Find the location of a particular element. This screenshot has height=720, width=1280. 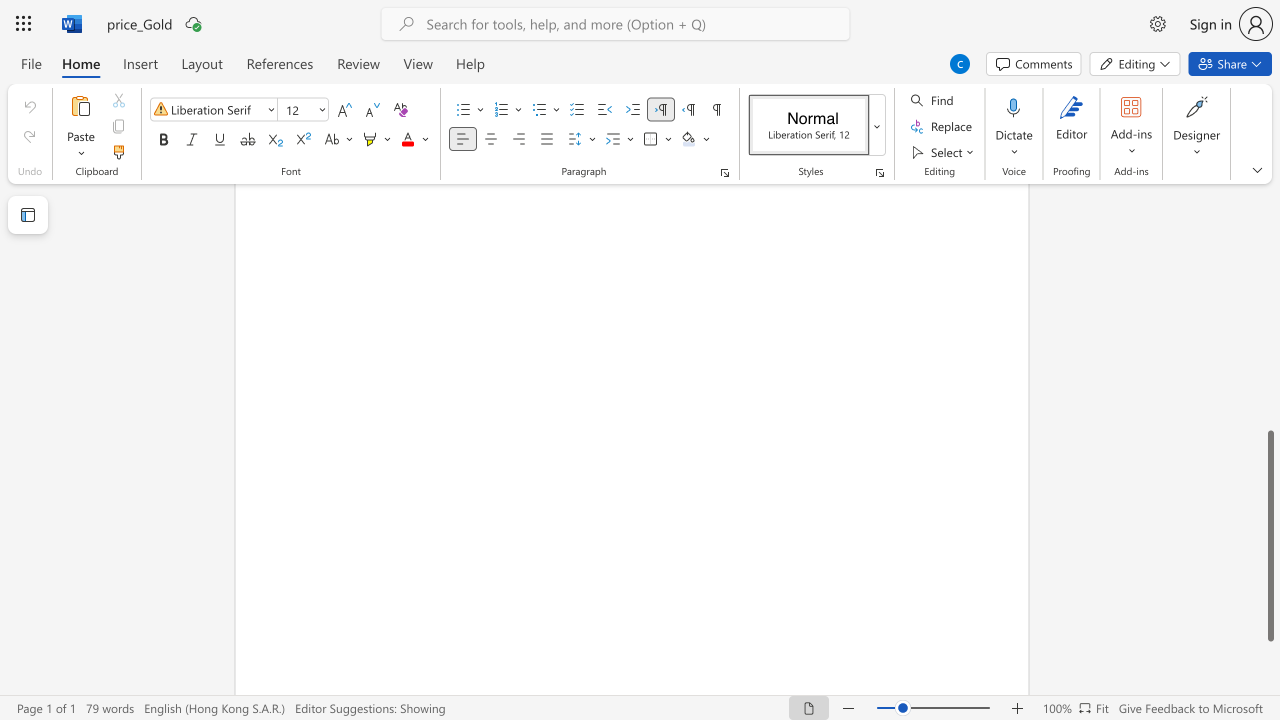

the scrollbar is located at coordinates (1269, 228).